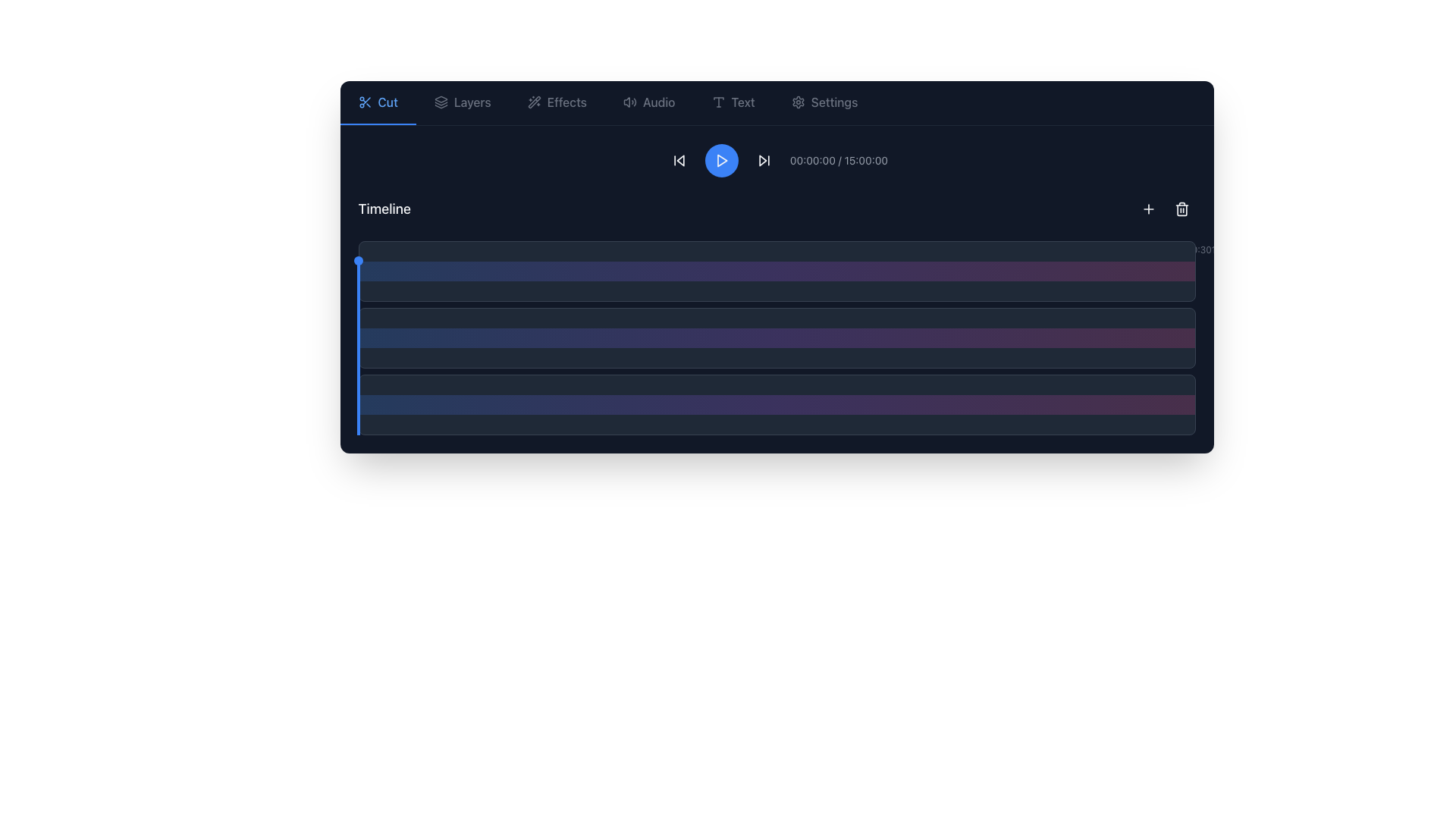 This screenshot has height=819, width=1456. What do you see at coordinates (556, 102) in the screenshot?
I see `the 'Effects' button with a wand icon in the dark navigation bar` at bounding box center [556, 102].